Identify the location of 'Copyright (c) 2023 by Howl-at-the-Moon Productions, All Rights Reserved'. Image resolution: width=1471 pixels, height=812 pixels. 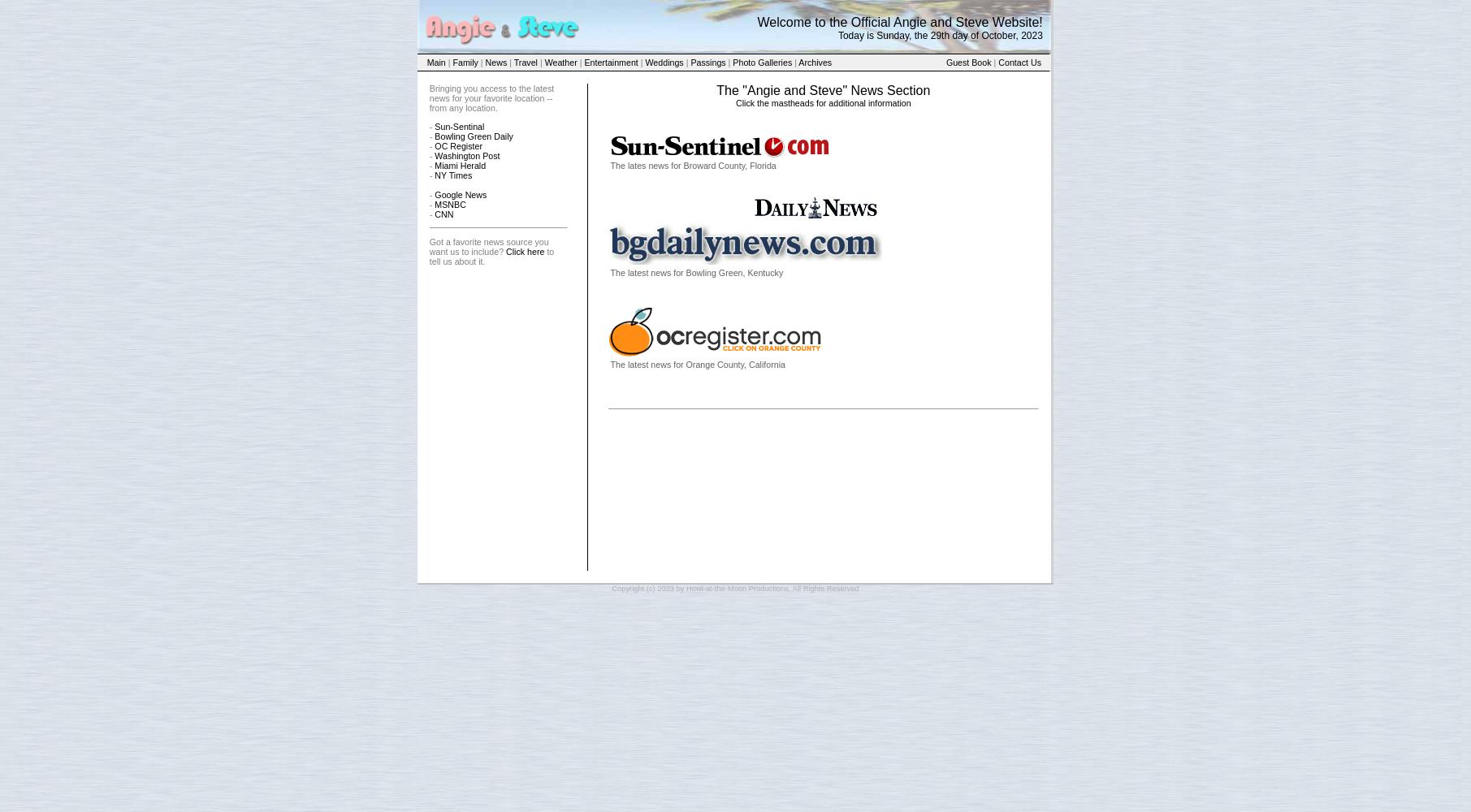
(734, 588).